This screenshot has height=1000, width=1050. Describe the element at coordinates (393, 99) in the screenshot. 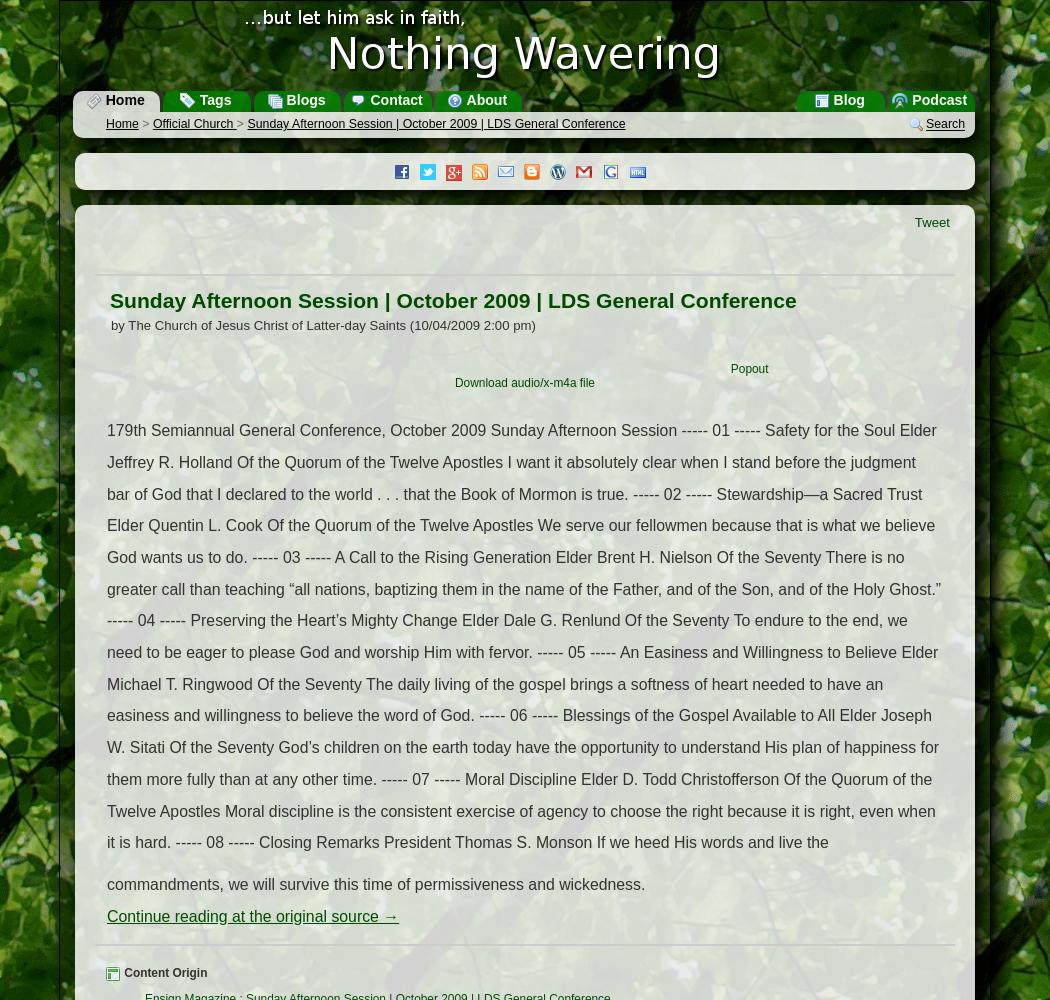

I see `'Contact'` at that location.